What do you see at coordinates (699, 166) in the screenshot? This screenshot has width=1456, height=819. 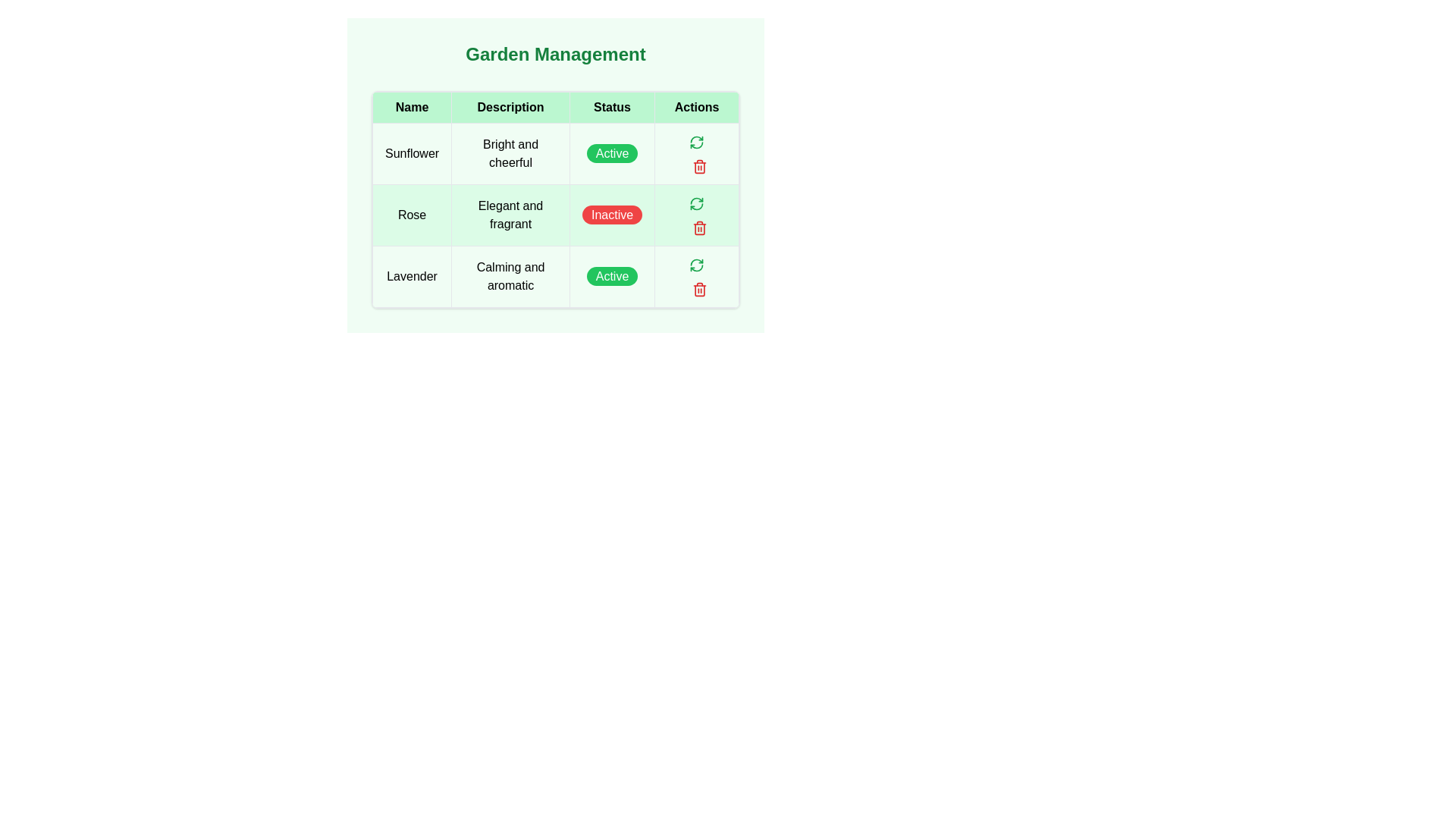 I see `the trashcan icon button with red outlines located in the Actions column of the second row (titled 'Rose')` at bounding box center [699, 166].